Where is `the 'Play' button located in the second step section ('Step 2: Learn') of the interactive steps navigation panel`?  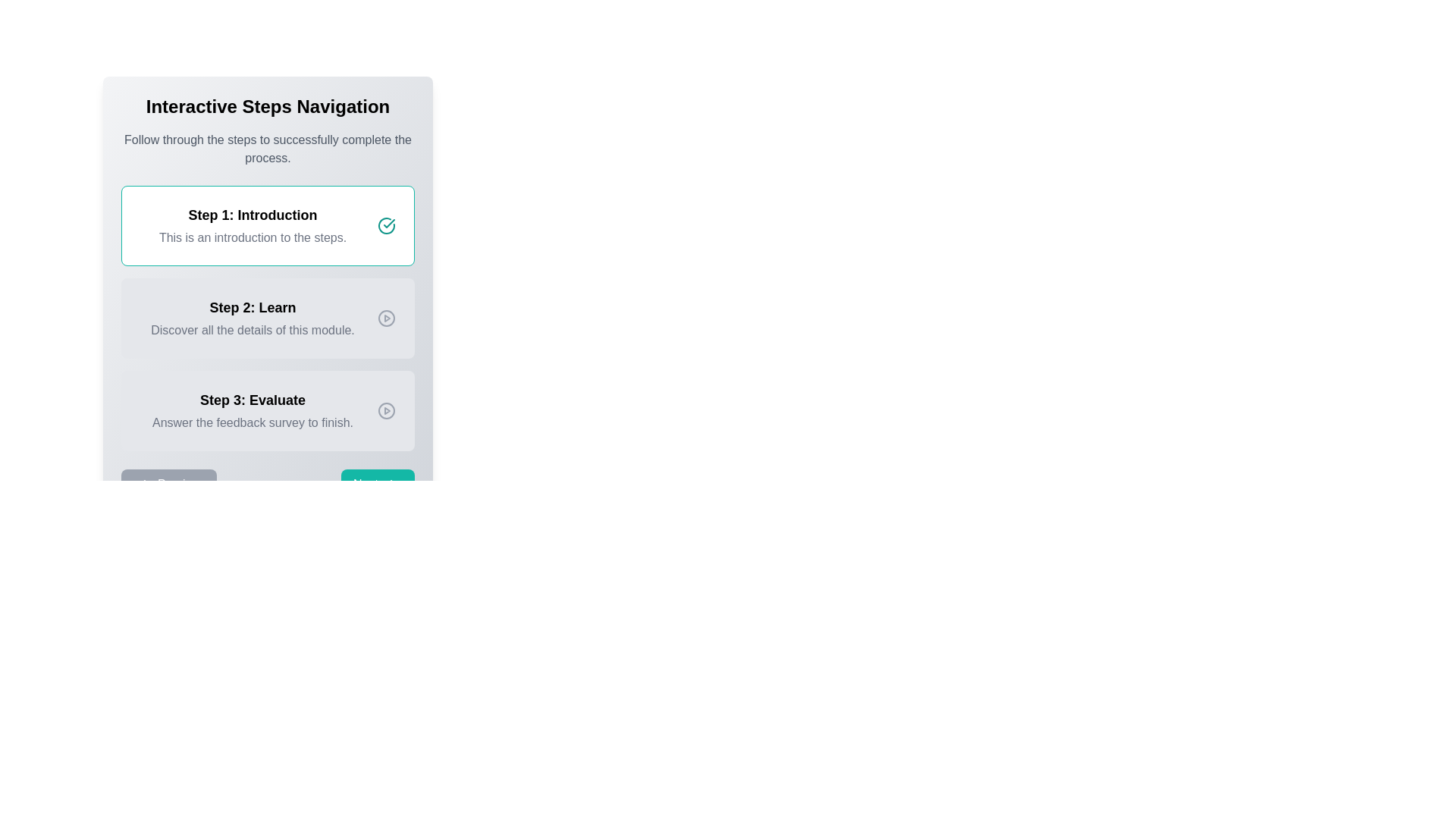
the 'Play' button located in the second step section ('Step 2: Learn') of the interactive steps navigation panel is located at coordinates (386, 318).